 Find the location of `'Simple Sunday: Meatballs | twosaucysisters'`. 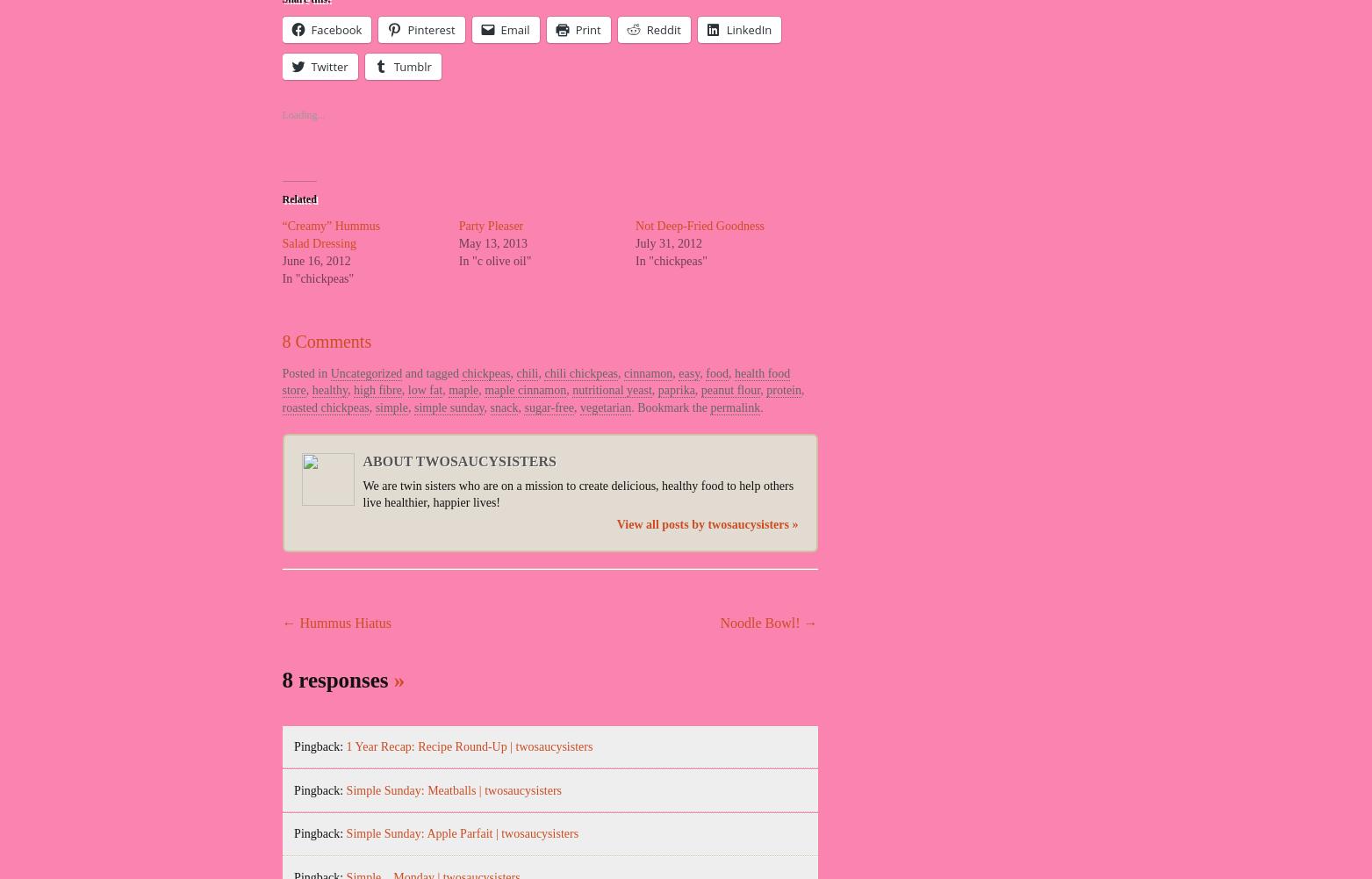

'Simple Sunday: Meatballs | twosaucysisters' is located at coordinates (453, 789).